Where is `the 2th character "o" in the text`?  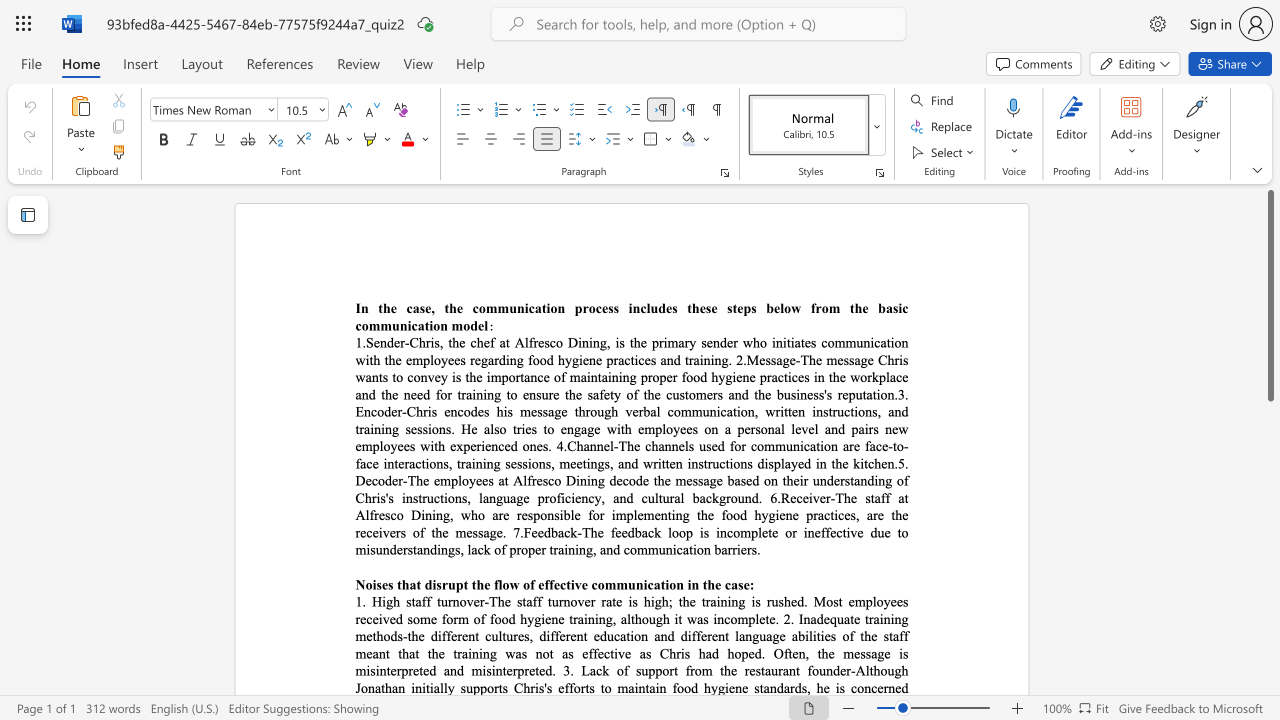 the 2th character "o" in the text is located at coordinates (595, 514).